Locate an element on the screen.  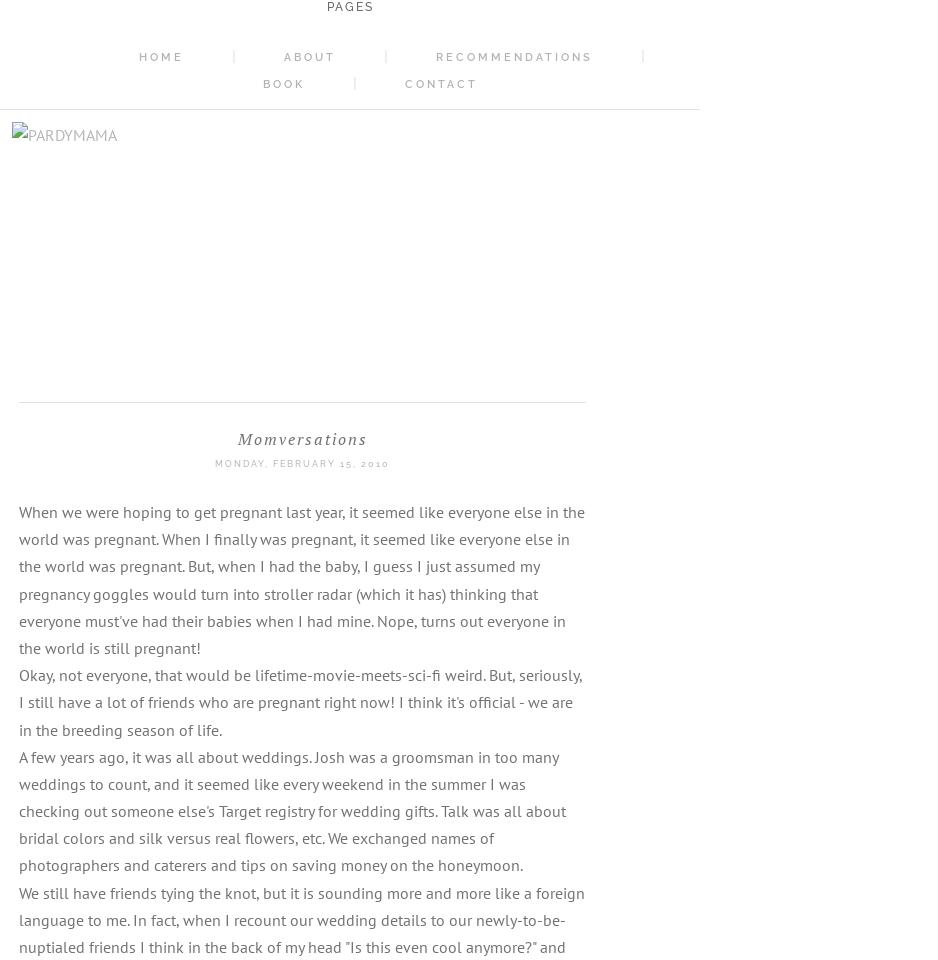
'When we were hoping to get pregnant last year, it seemed like everyone else in the world was pregnant.  When I finally was pregnant, it seemed like everyone else in the world was pregnant.  But, when I had the baby, I guess I just assumed my pregnancy goggles would turn into stroller radar (which it has) thinking that everyone must've had their babies when I had mine.  Nope, turns out everyone in the world is still pregnant!' is located at coordinates (302, 579).